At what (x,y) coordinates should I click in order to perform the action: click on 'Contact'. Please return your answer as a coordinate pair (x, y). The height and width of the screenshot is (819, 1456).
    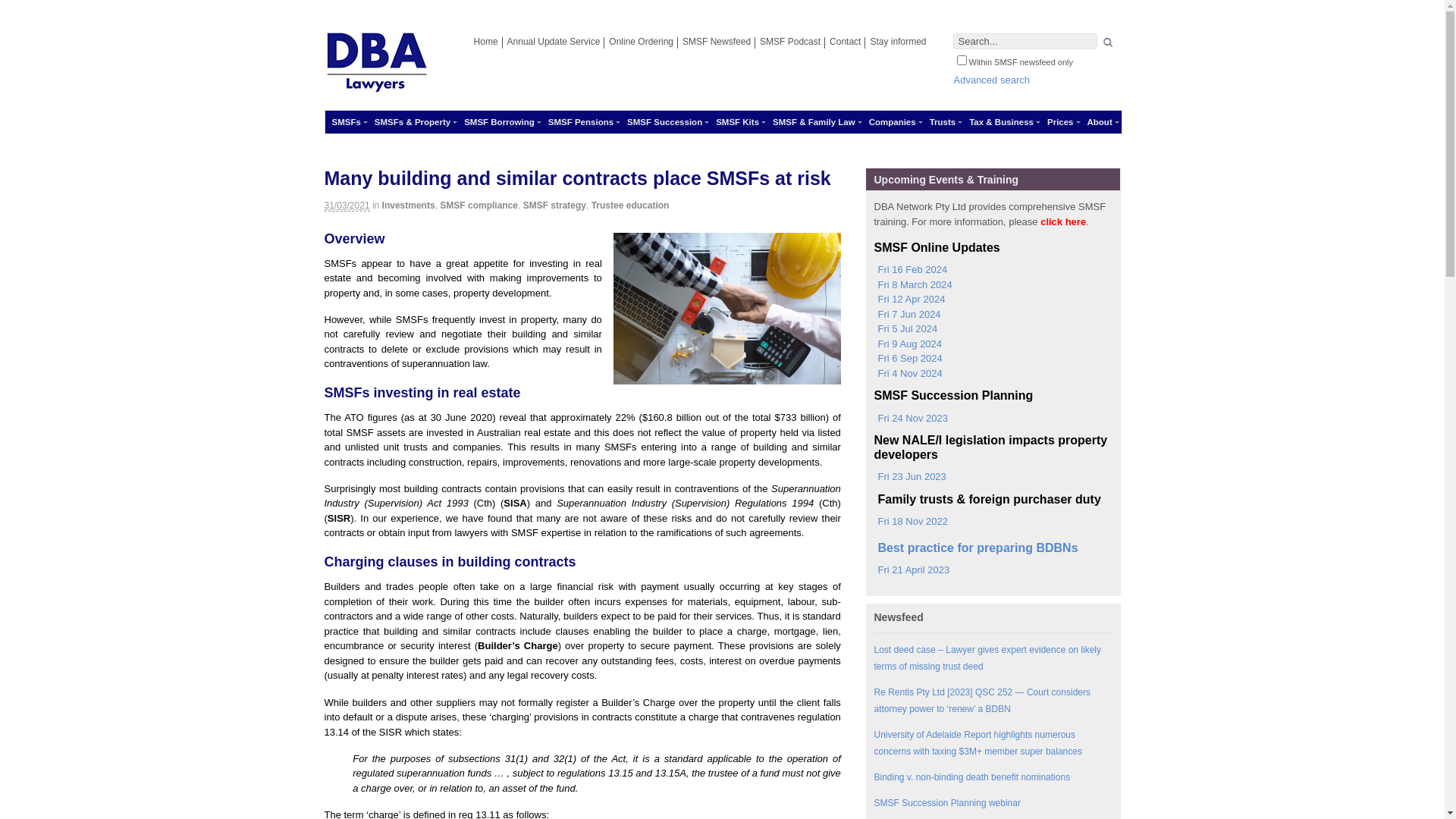
    Looking at the image, I should click on (844, 41).